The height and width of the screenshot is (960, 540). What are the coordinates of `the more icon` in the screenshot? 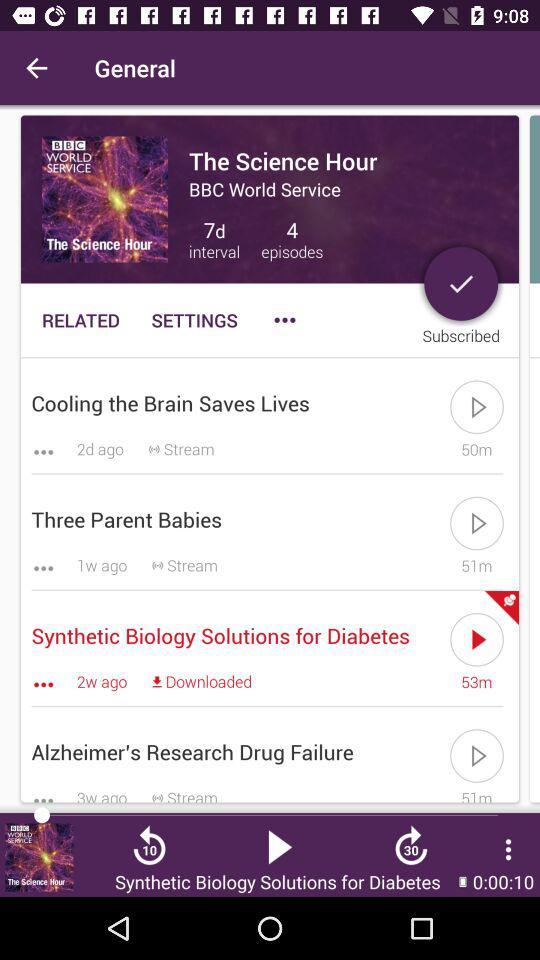 It's located at (508, 848).